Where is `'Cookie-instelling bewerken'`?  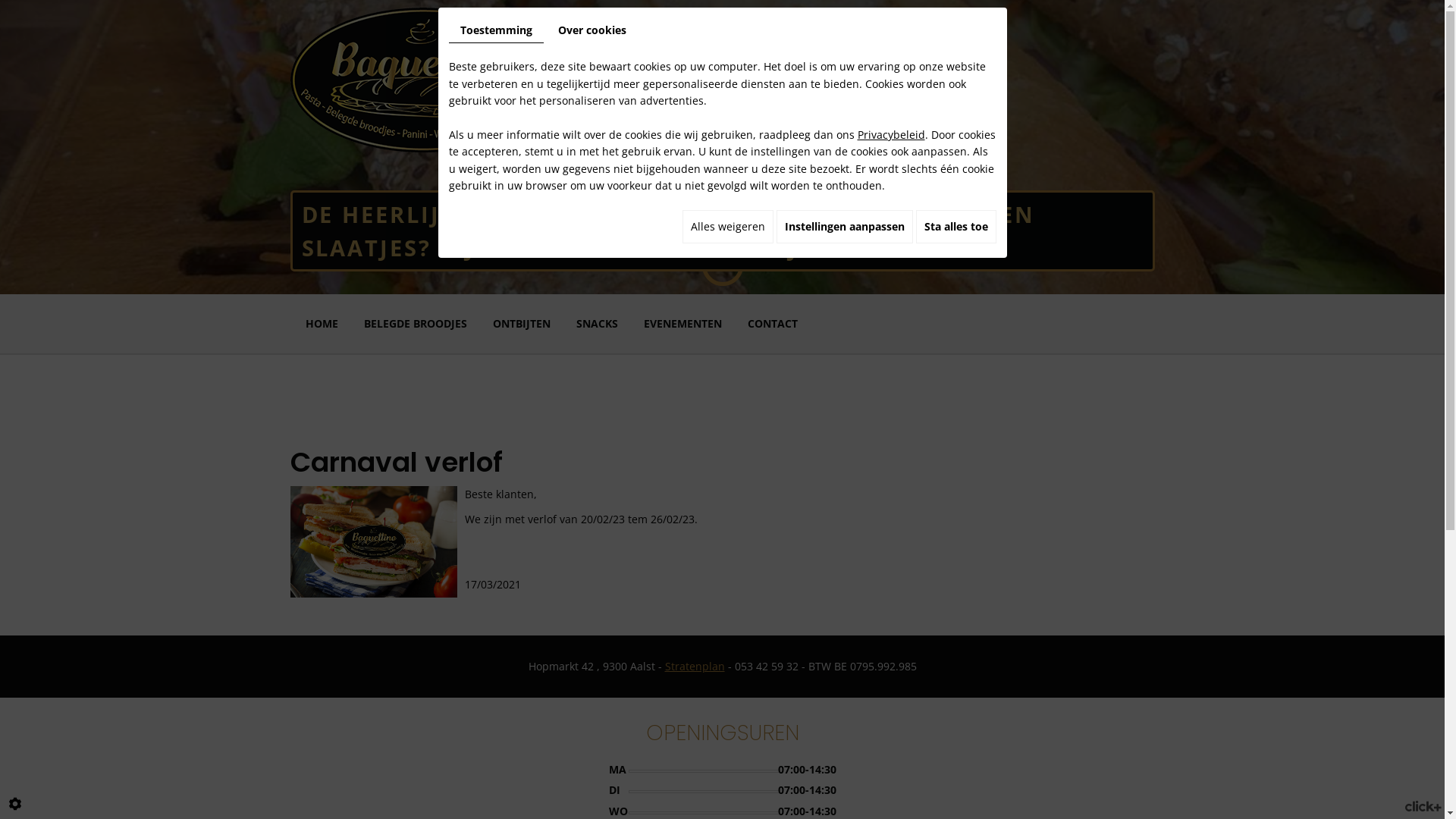 'Cookie-instelling bewerken' is located at coordinates (14, 803).